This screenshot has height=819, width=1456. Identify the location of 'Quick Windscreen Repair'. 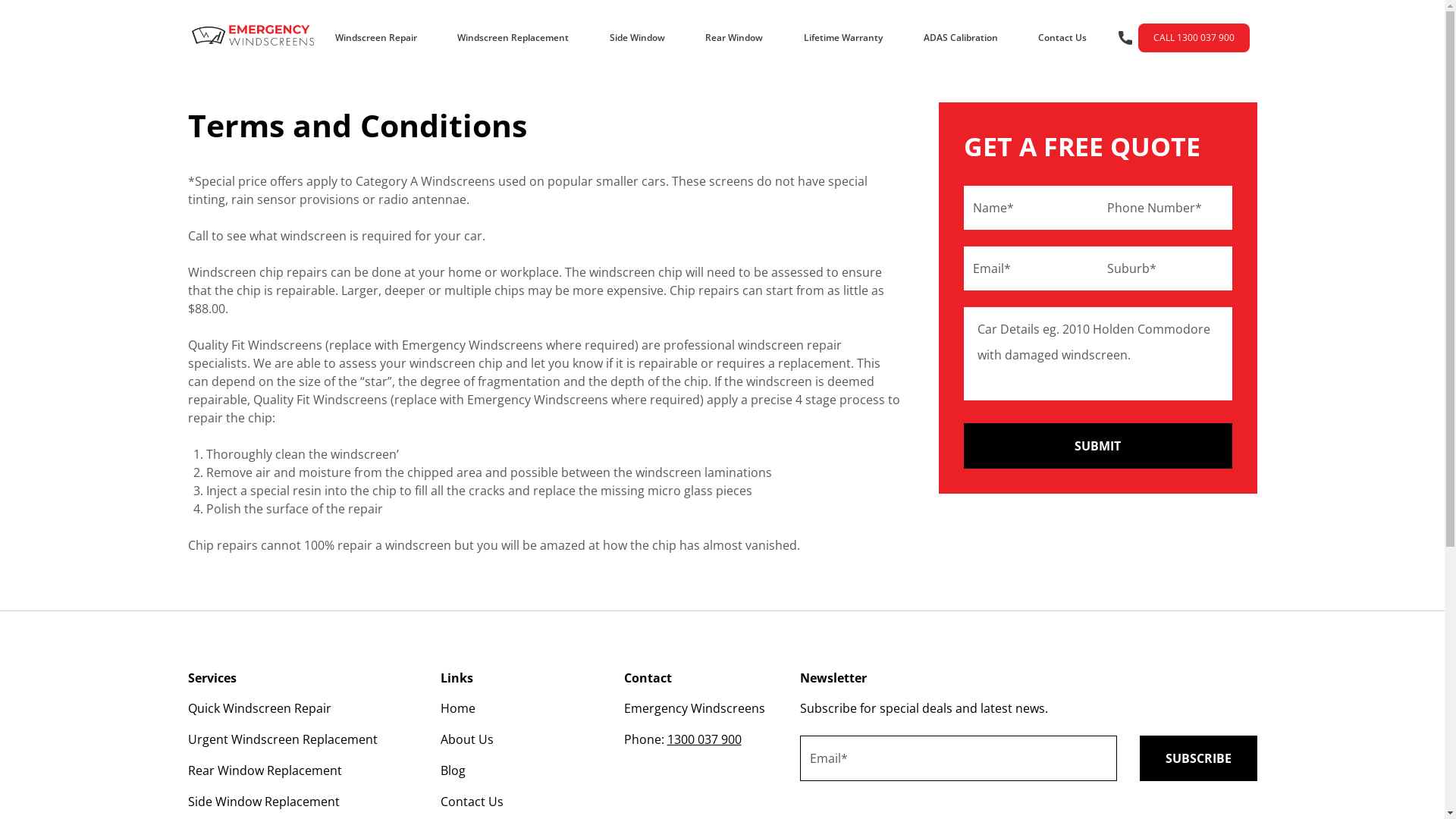
(259, 708).